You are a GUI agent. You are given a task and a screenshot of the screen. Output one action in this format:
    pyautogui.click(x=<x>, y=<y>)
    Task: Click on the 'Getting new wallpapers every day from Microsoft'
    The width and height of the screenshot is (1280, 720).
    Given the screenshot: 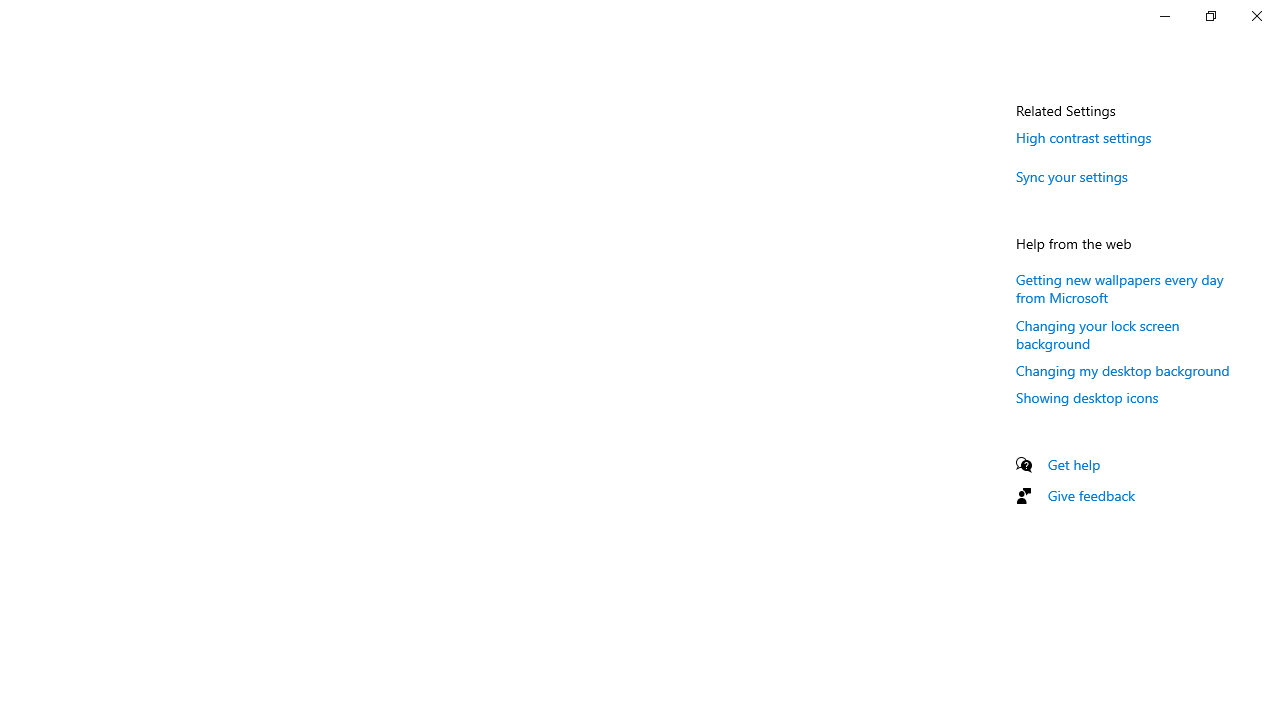 What is the action you would take?
    pyautogui.click(x=1120, y=288)
    